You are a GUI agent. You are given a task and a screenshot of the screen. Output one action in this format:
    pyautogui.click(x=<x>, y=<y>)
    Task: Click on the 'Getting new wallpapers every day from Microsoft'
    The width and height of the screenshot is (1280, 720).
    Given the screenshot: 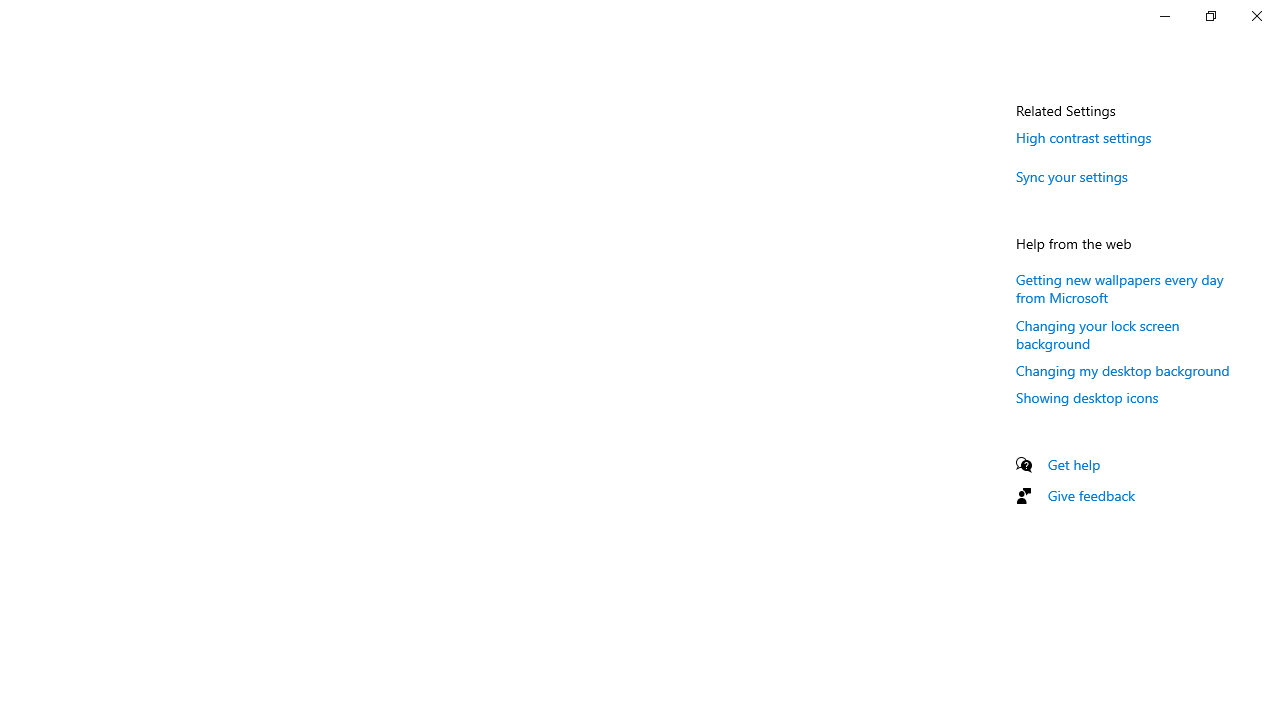 What is the action you would take?
    pyautogui.click(x=1120, y=288)
    